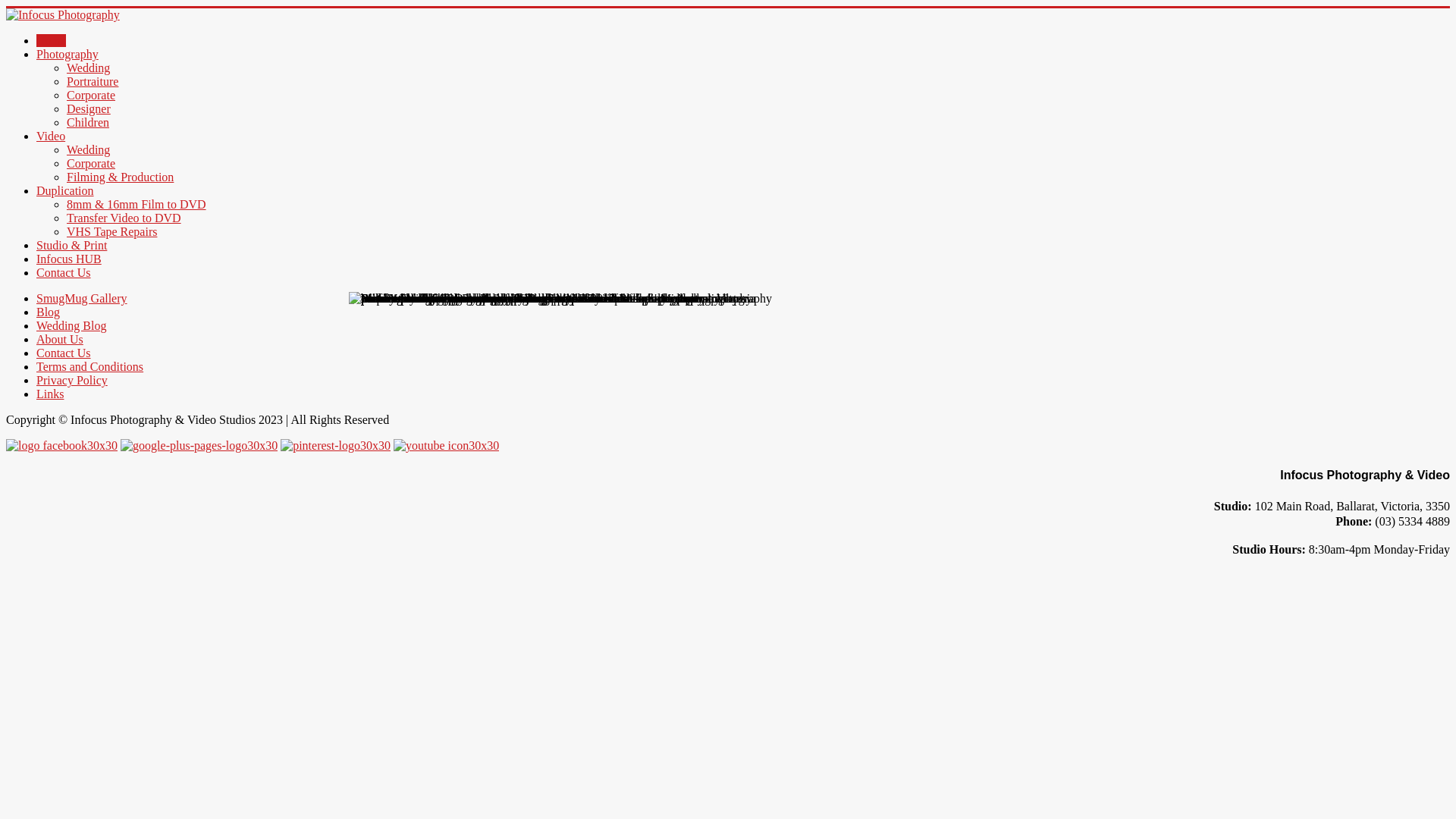 The width and height of the screenshot is (1456, 819). What do you see at coordinates (80, 298) in the screenshot?
I see `'SmugMug Gallery'` at bounding box center [80, 298].